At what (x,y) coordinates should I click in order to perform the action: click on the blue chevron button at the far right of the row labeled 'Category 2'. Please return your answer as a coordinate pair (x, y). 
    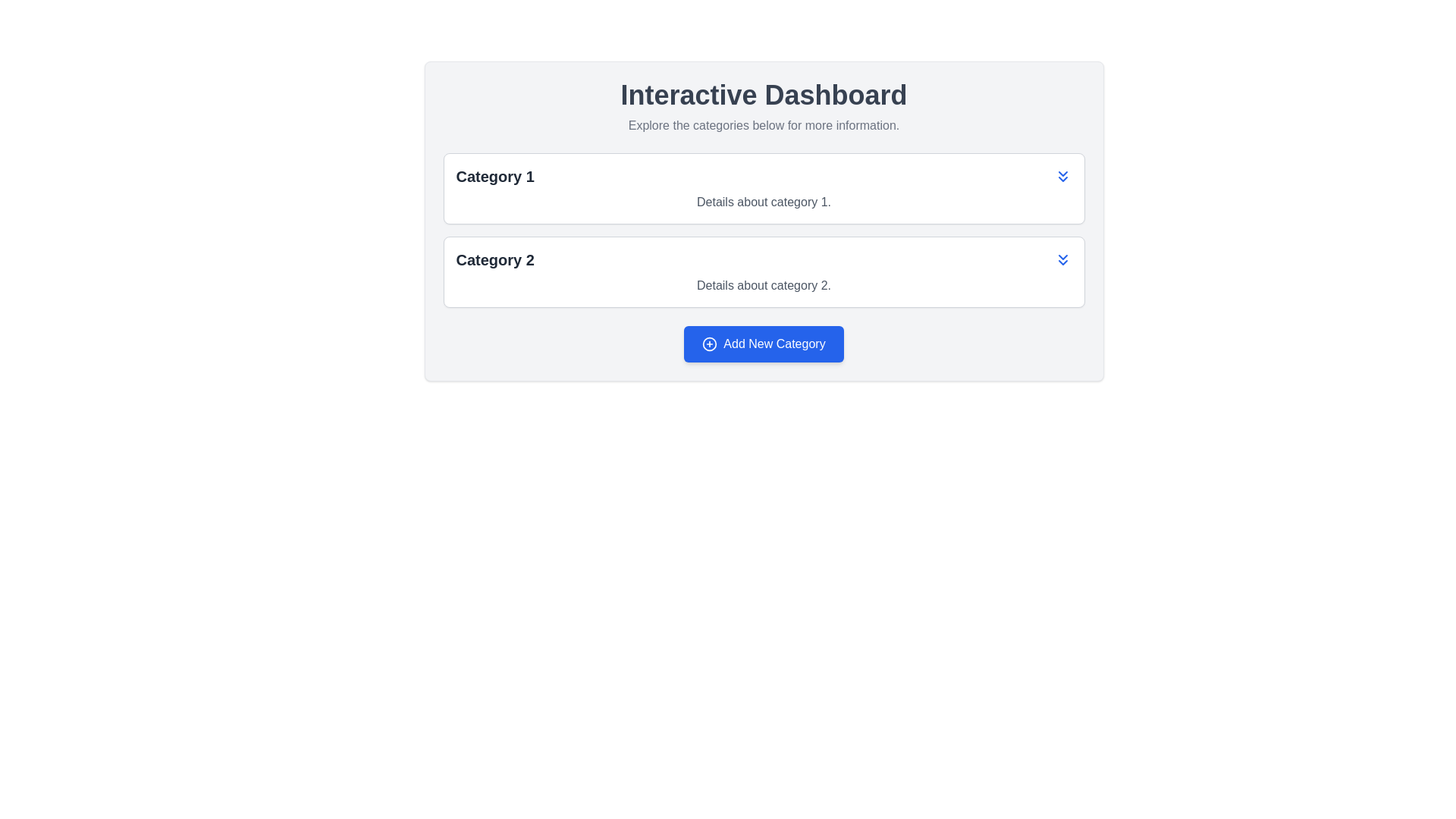
    Looking at the image, I should click on (1062, 259).